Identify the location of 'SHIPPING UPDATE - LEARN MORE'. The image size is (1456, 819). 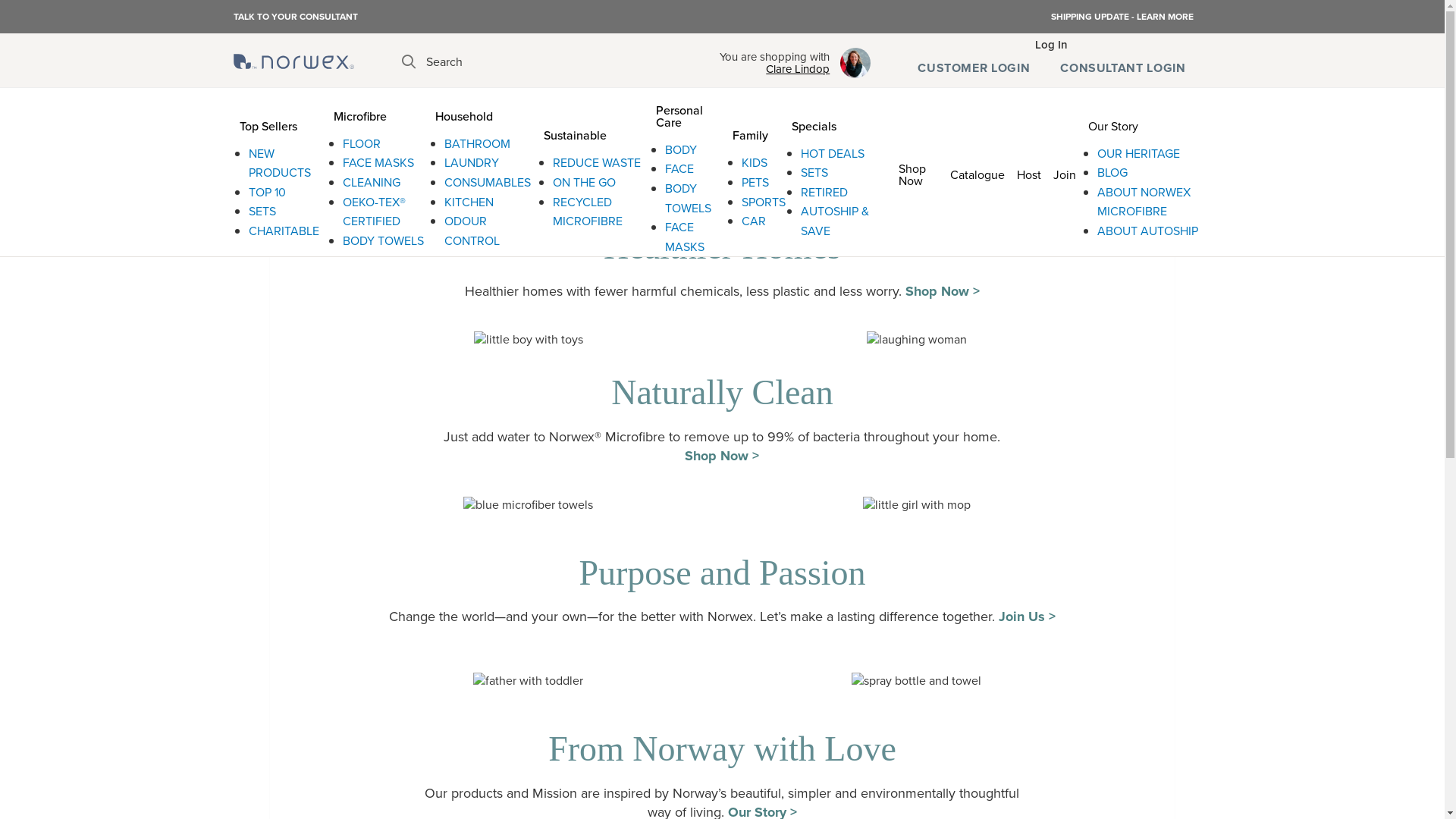
(1122, 17).